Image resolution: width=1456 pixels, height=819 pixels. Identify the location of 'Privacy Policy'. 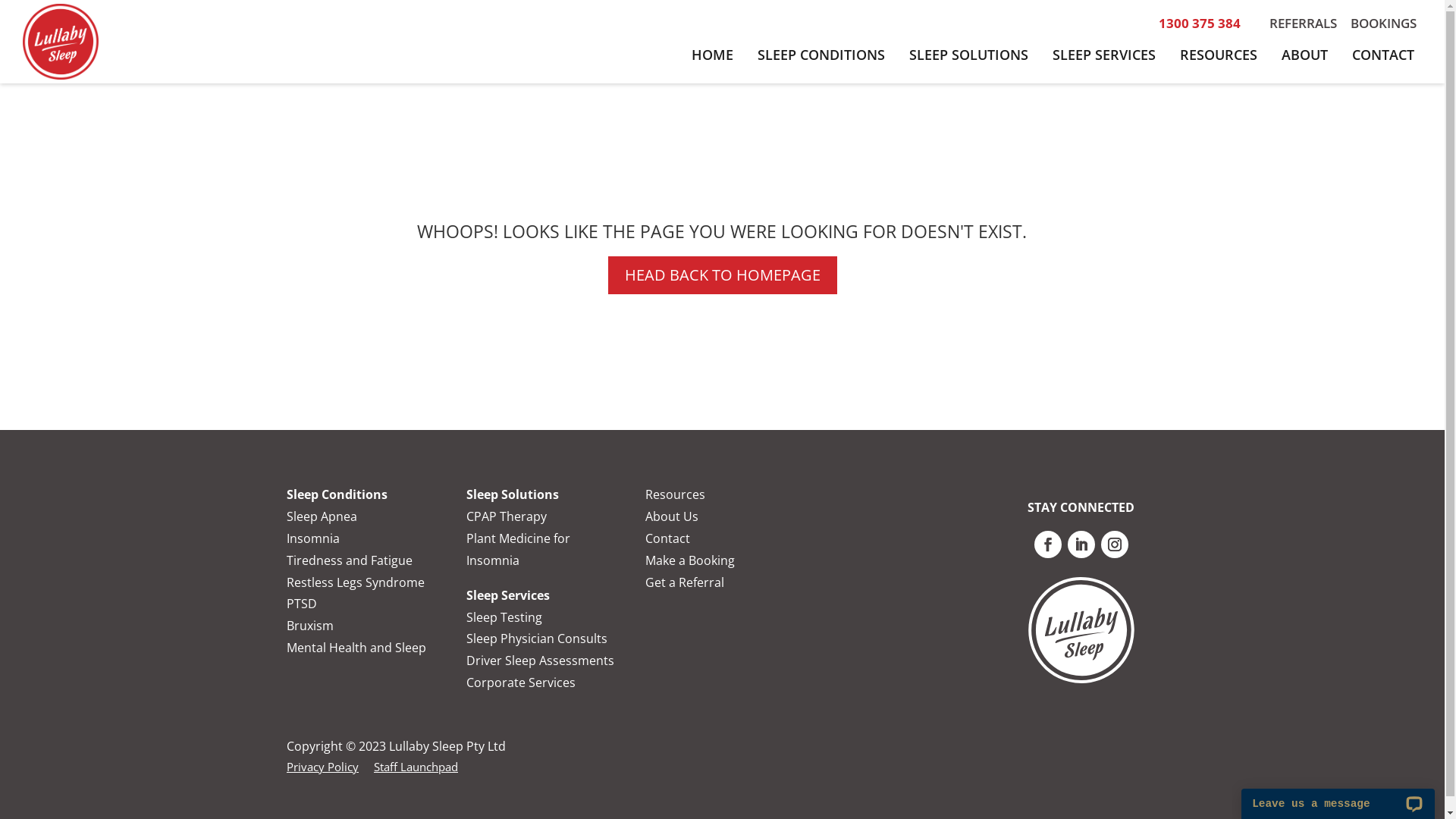
(287, 766).